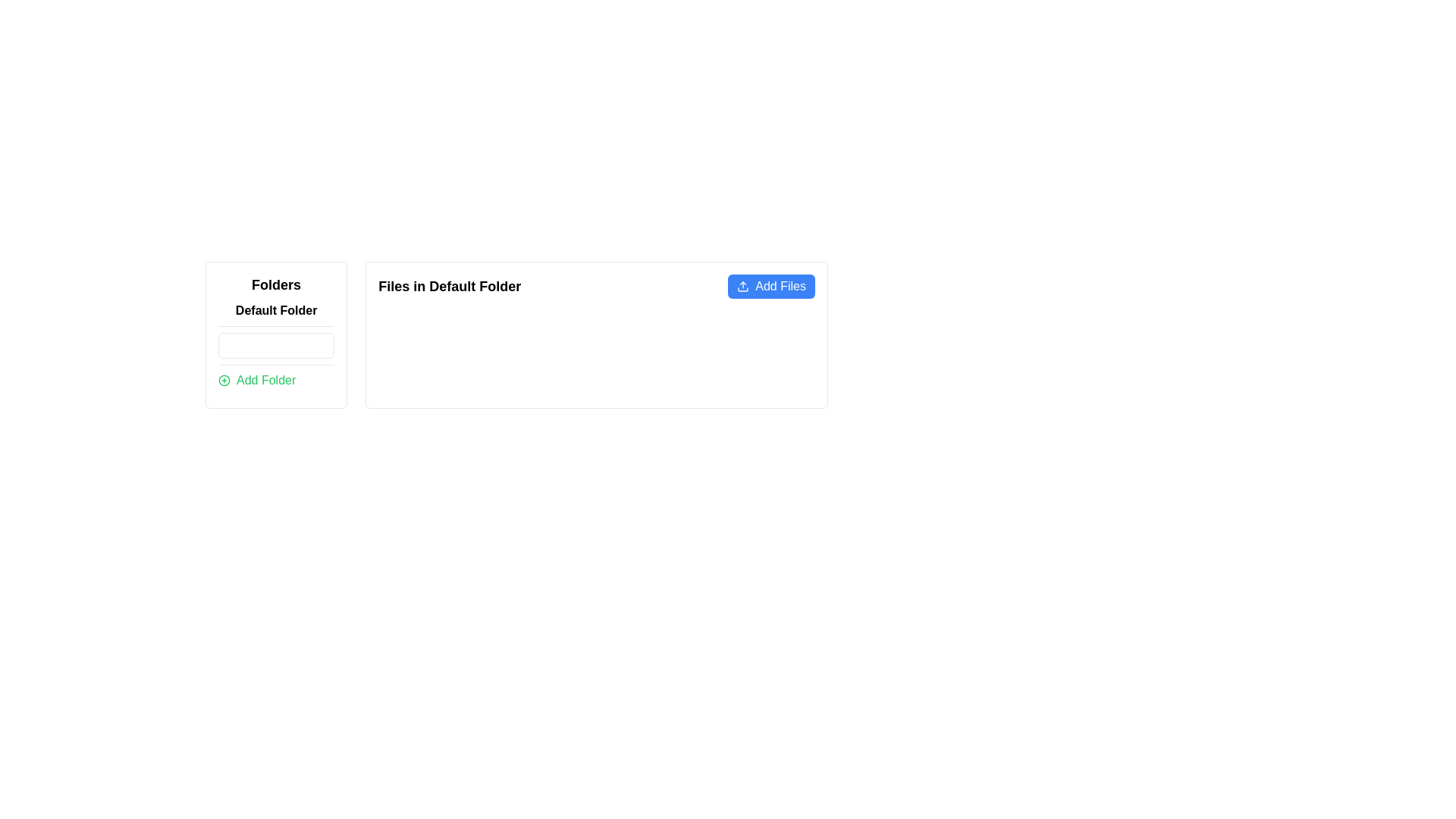 This screenshot has width=1456, height=819. I want to click on the circular outline Icon Button with a '+' symbol, which is styled in green and is located to the left of the 'Add Folder' text label, so click(224, 379).